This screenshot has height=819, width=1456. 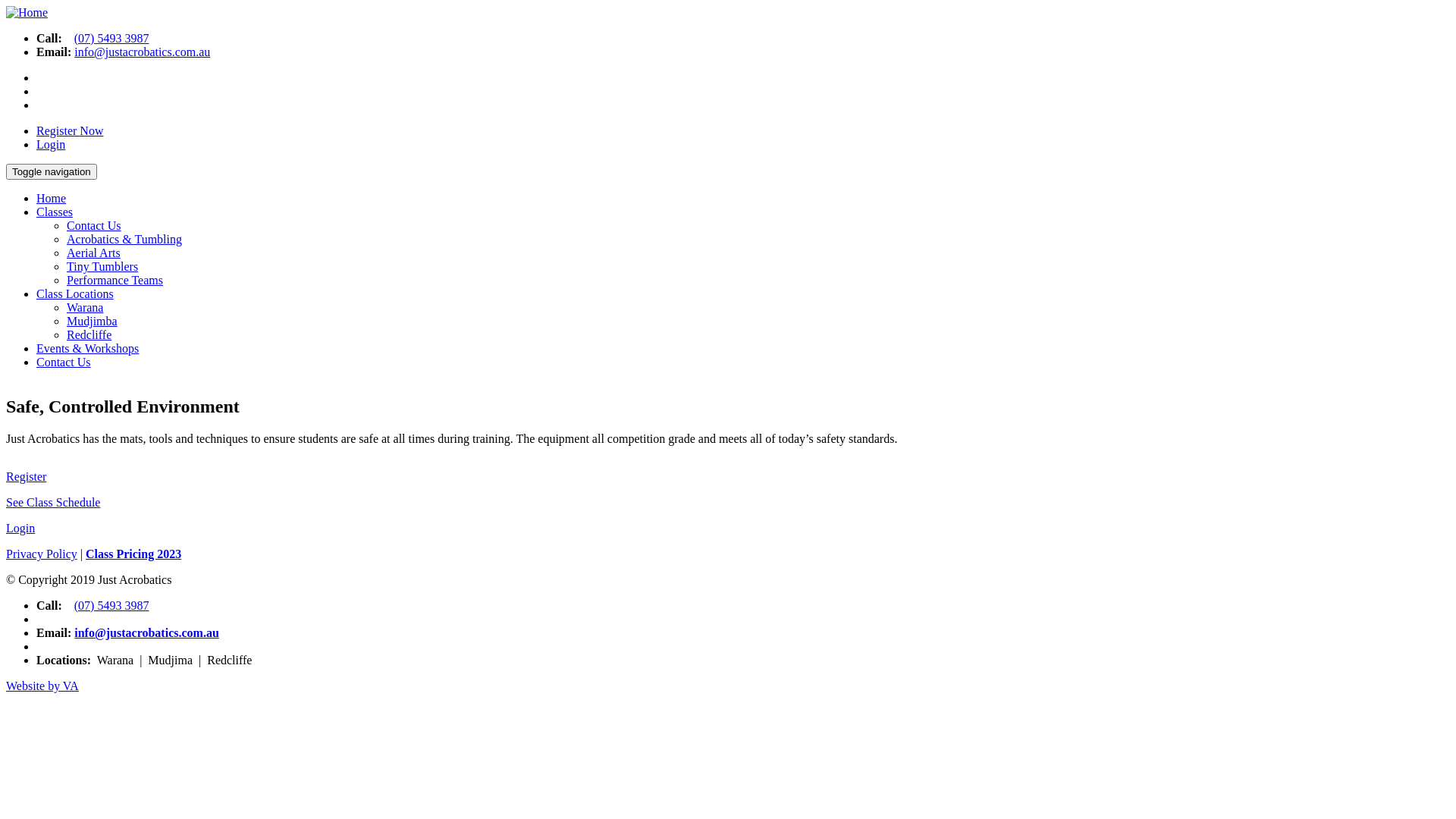 I want to click on 'Toggle navigation', so click(x=6, y=171).